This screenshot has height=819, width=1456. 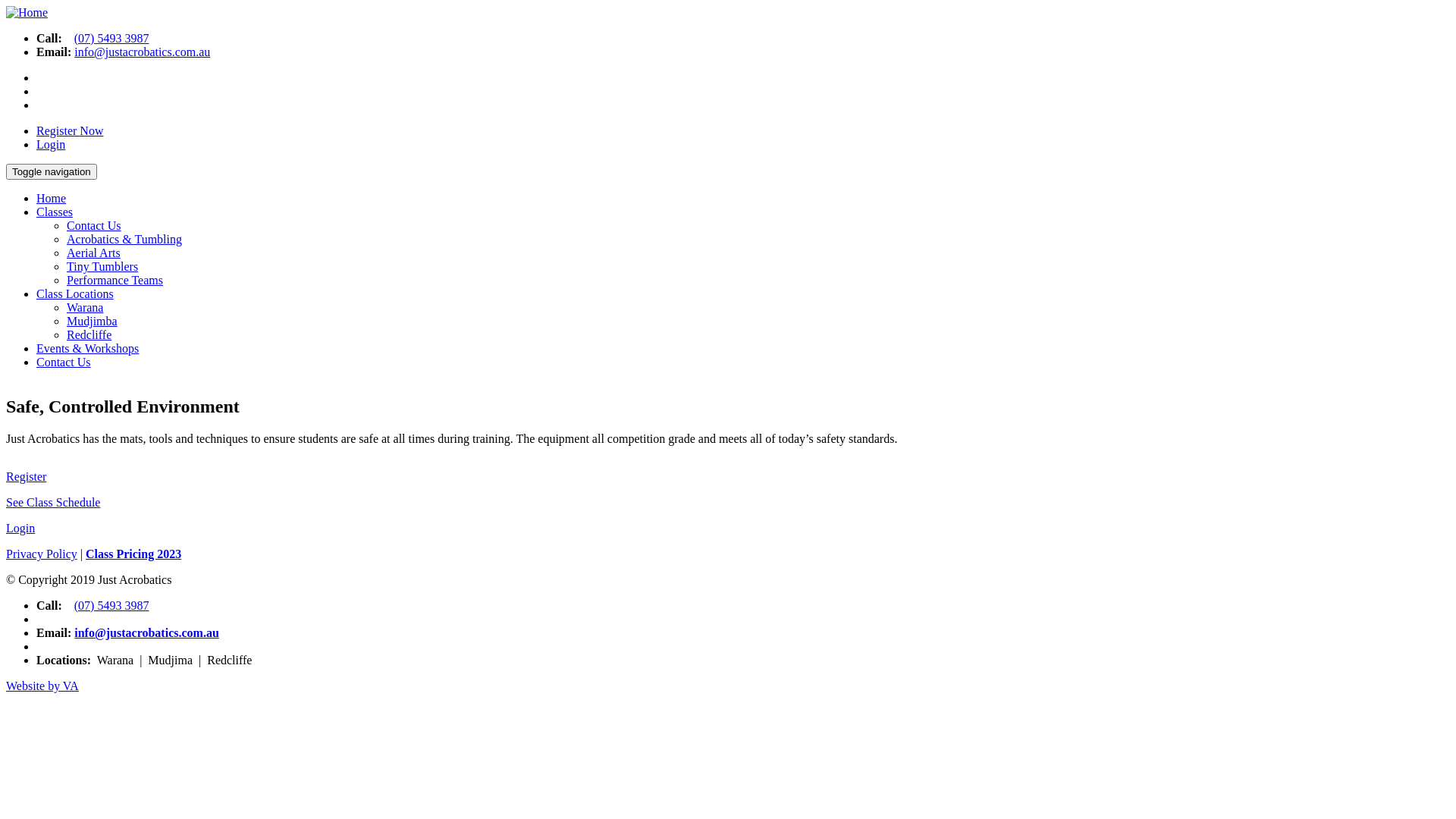 I want to click on 'Toggle navigation', so click(x=6, y=171).